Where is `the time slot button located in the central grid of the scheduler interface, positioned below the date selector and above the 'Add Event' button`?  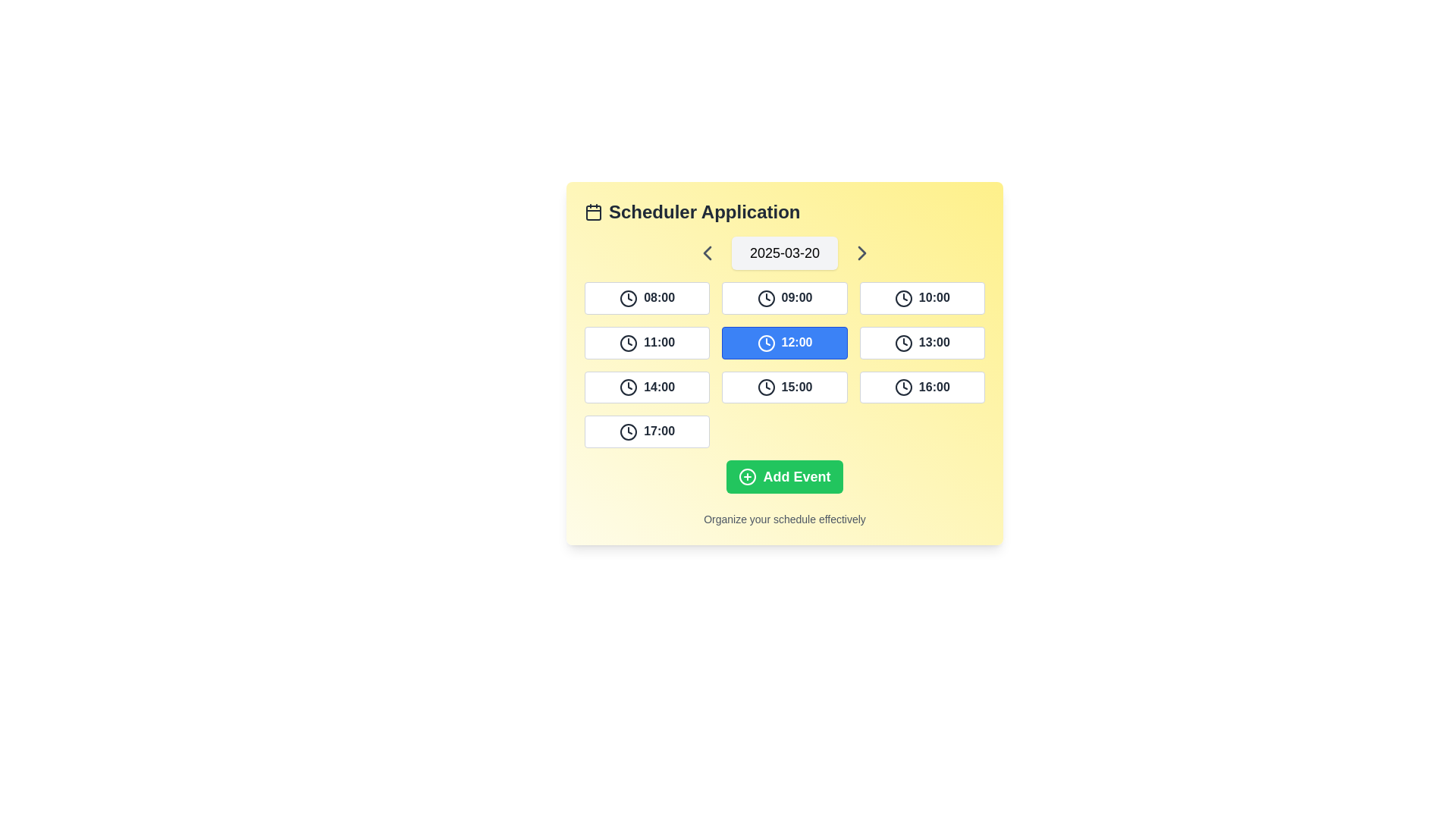 the time slot button located in the central grid of the scheduler interface, positioned below the date selector and above the 'Add Event' button is located at coordinates (785, 365).